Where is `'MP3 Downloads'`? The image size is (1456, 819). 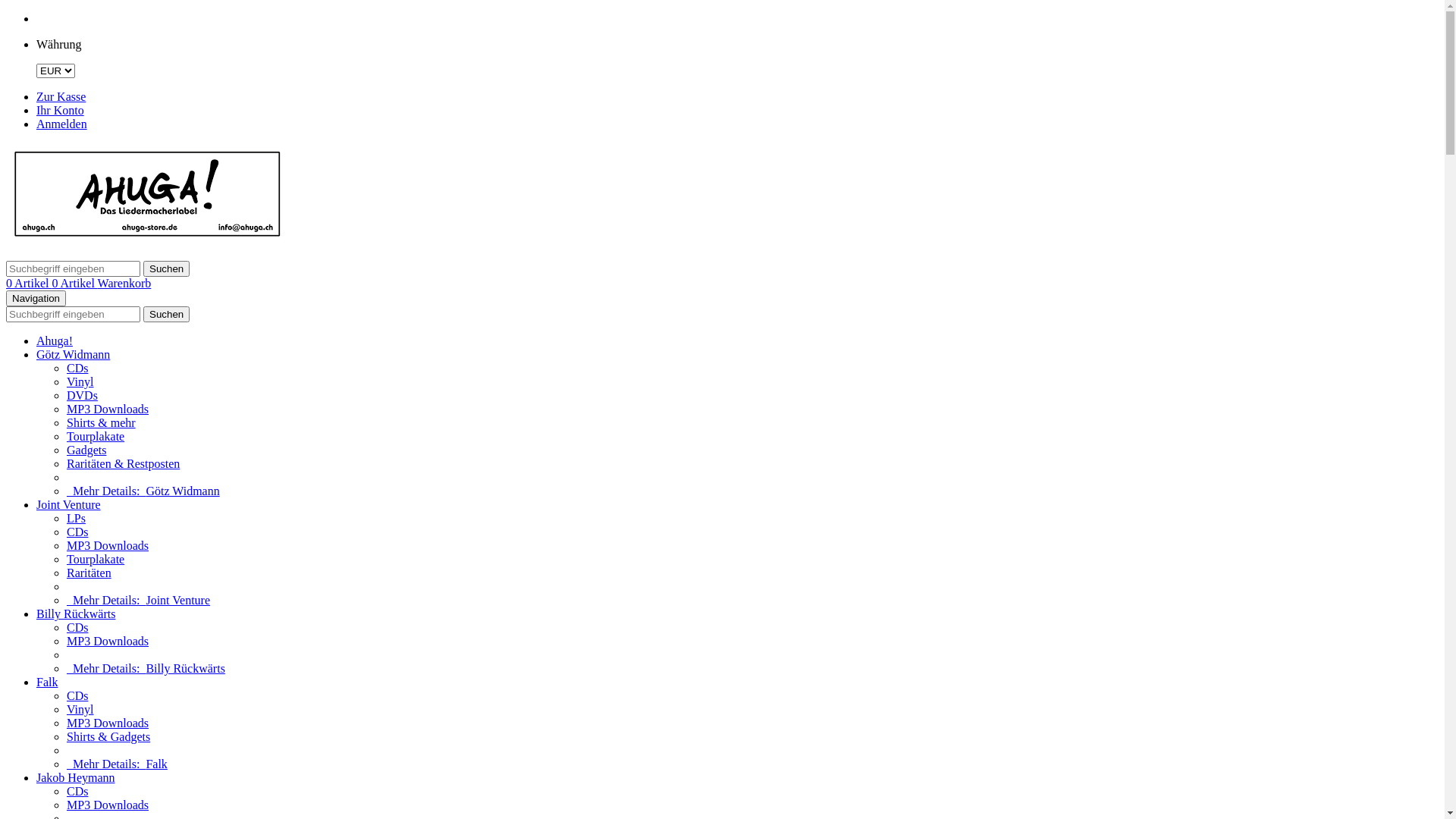 'MP3 Downloads' is located at coordinates (65, 408).